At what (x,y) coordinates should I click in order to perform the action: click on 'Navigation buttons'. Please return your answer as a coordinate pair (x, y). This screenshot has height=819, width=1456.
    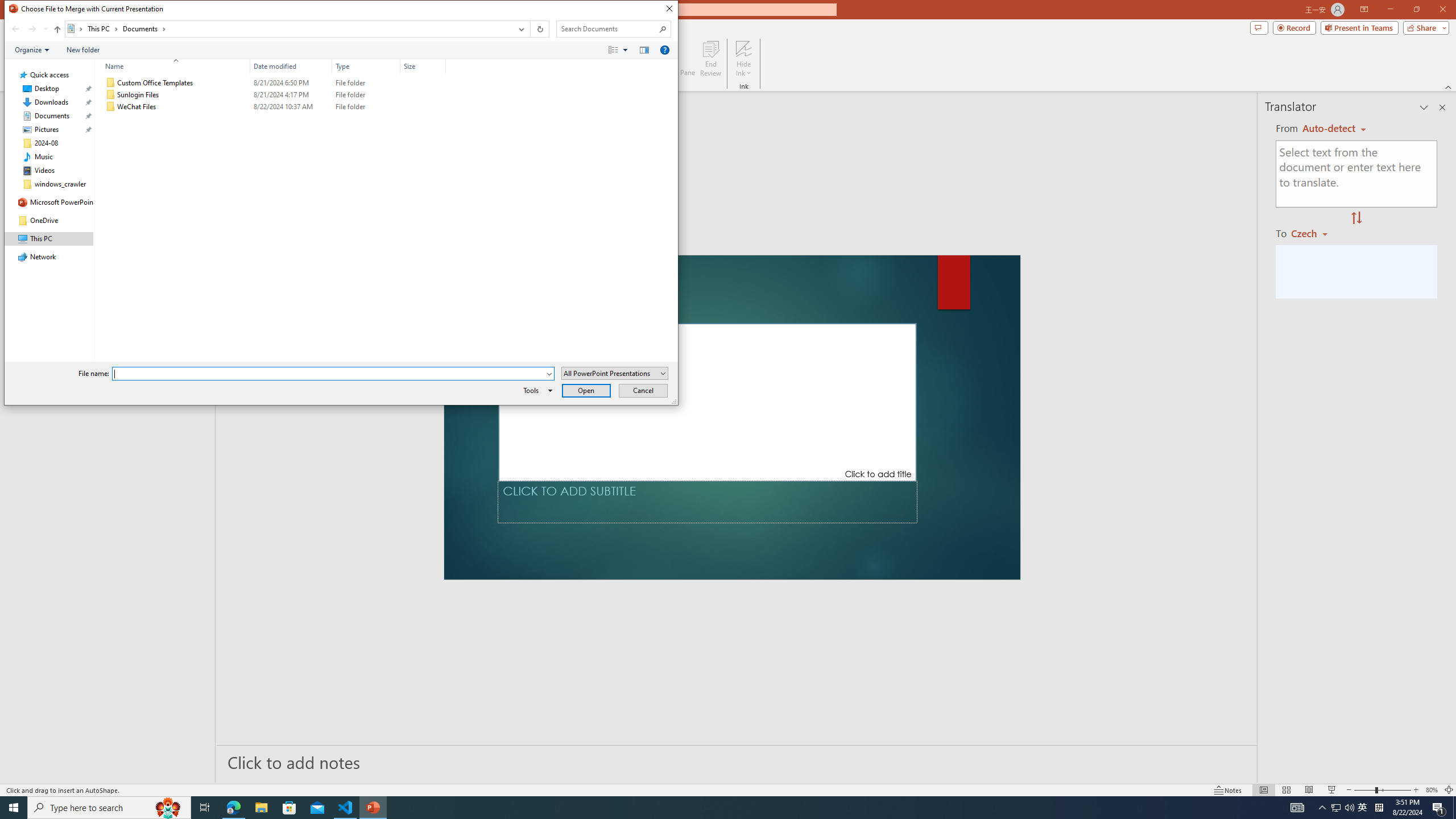
    Looking at the image, I should click on (28, 28).